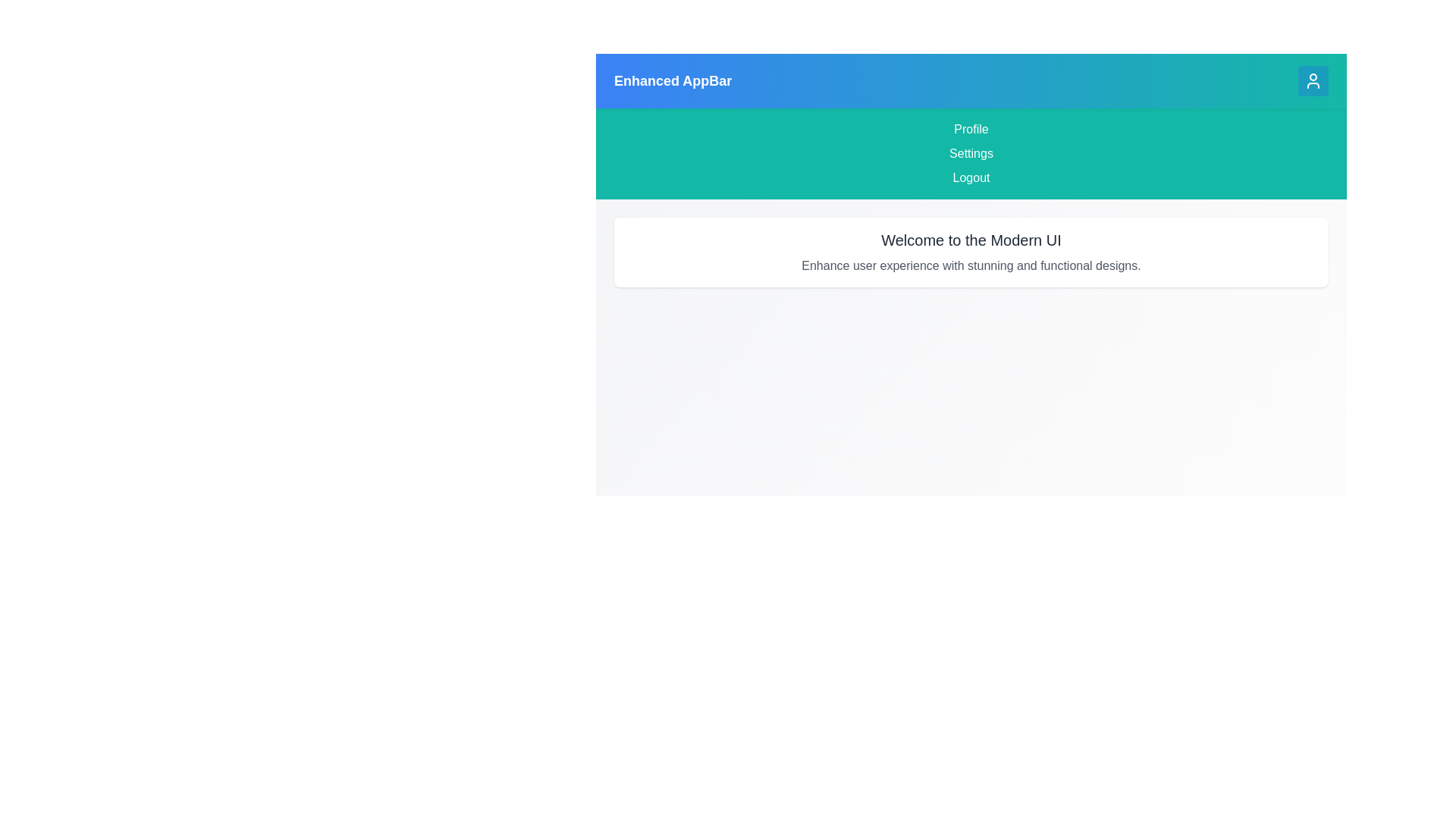  Describe the element at coordinates (971, 128) in the screenshot. I see `the menu item Profile from the menu` at that location.